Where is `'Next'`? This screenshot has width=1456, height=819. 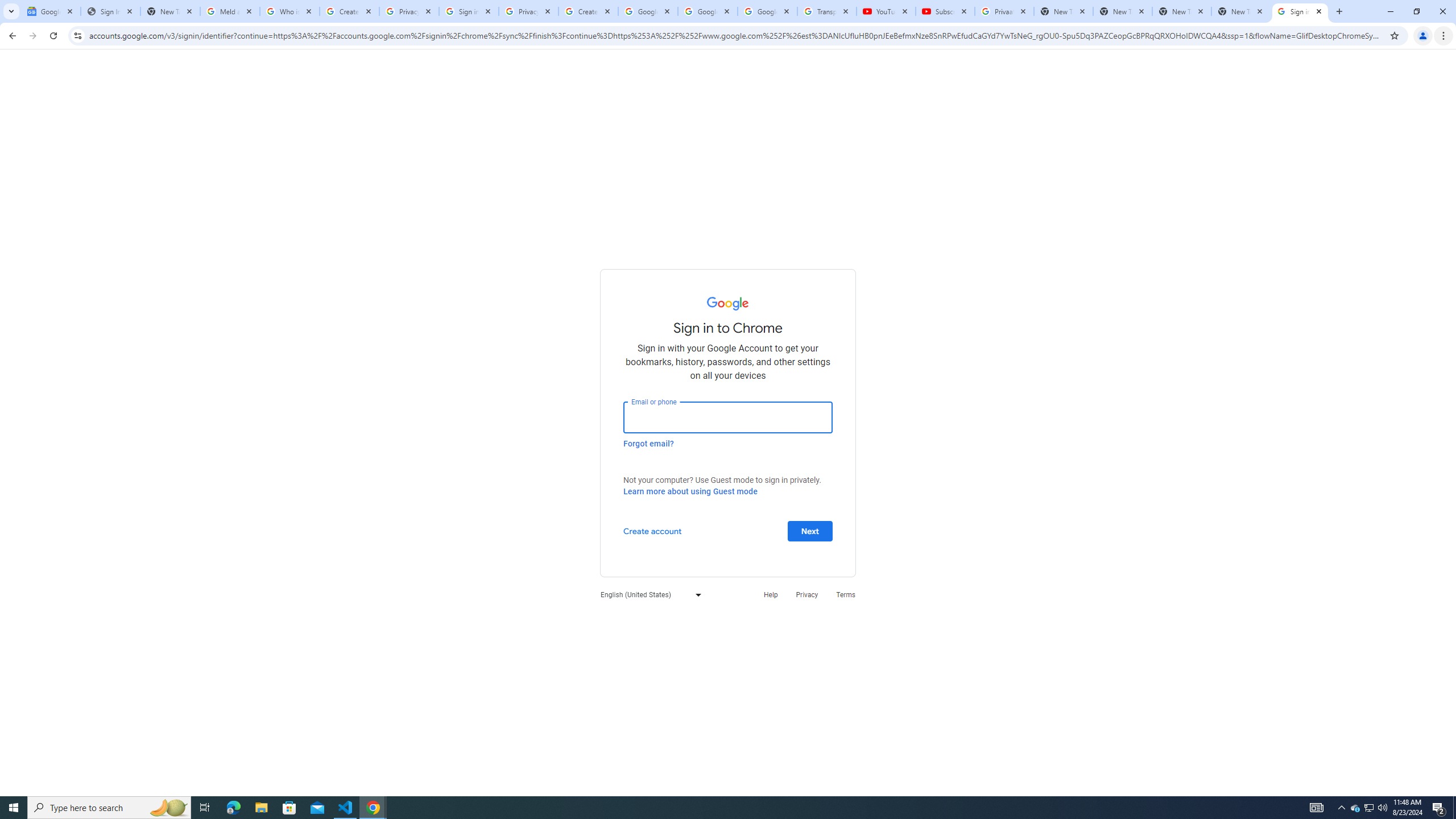
'Next' is located at coordinates (809, 530).